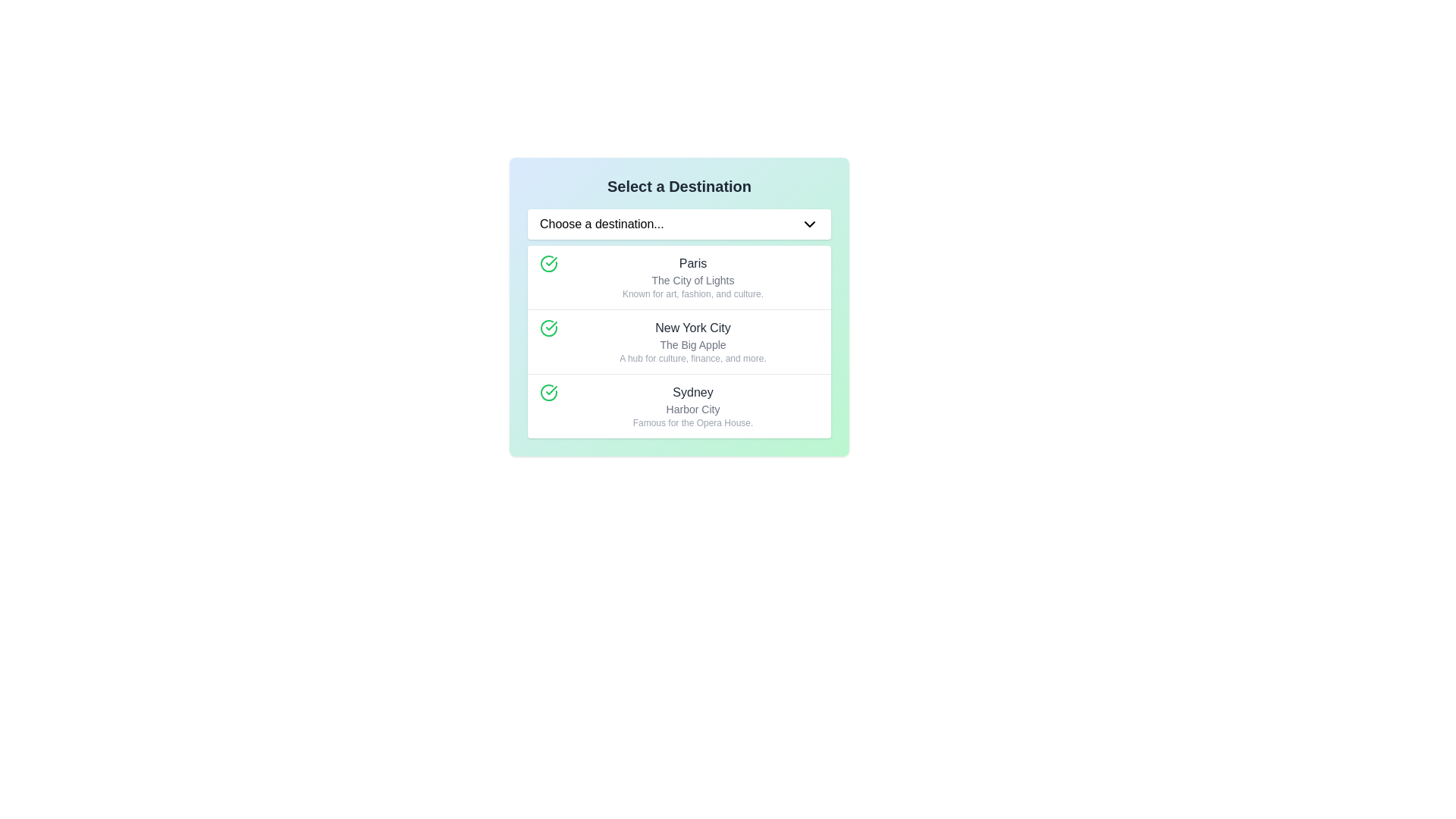  What do you see at coordinates (679, 278) in the screenshot?
I see `the first list item displaying 'Paris' with the tagline 'The City of Lights' and description 'Known for art, fashion, and culture.'` at bounding box center [679, 278].